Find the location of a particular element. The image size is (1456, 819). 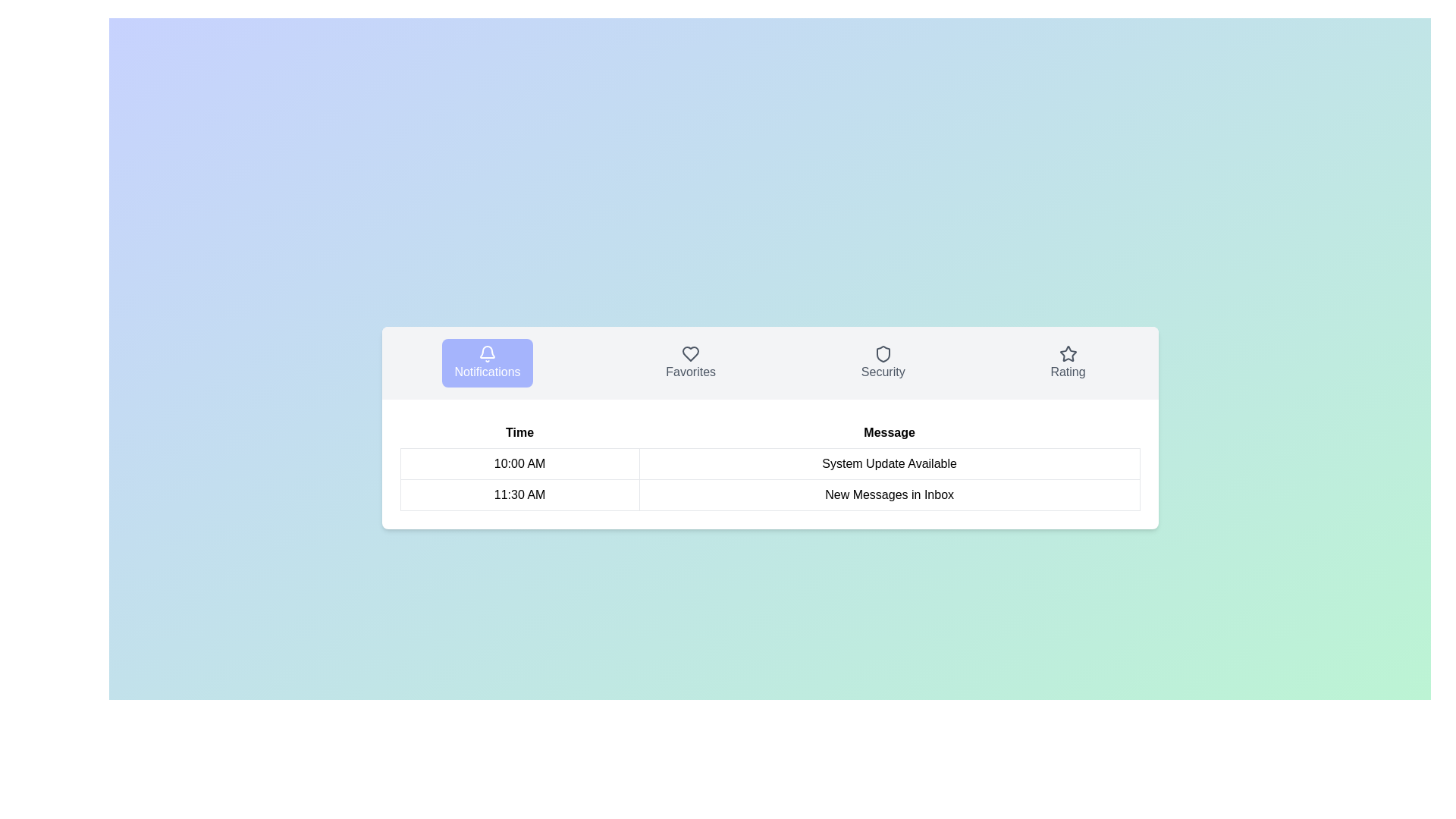

the bell icon, which is positioned within the blue circular background at the top of the 'Notifications' button is located at coordinates (488, 353).